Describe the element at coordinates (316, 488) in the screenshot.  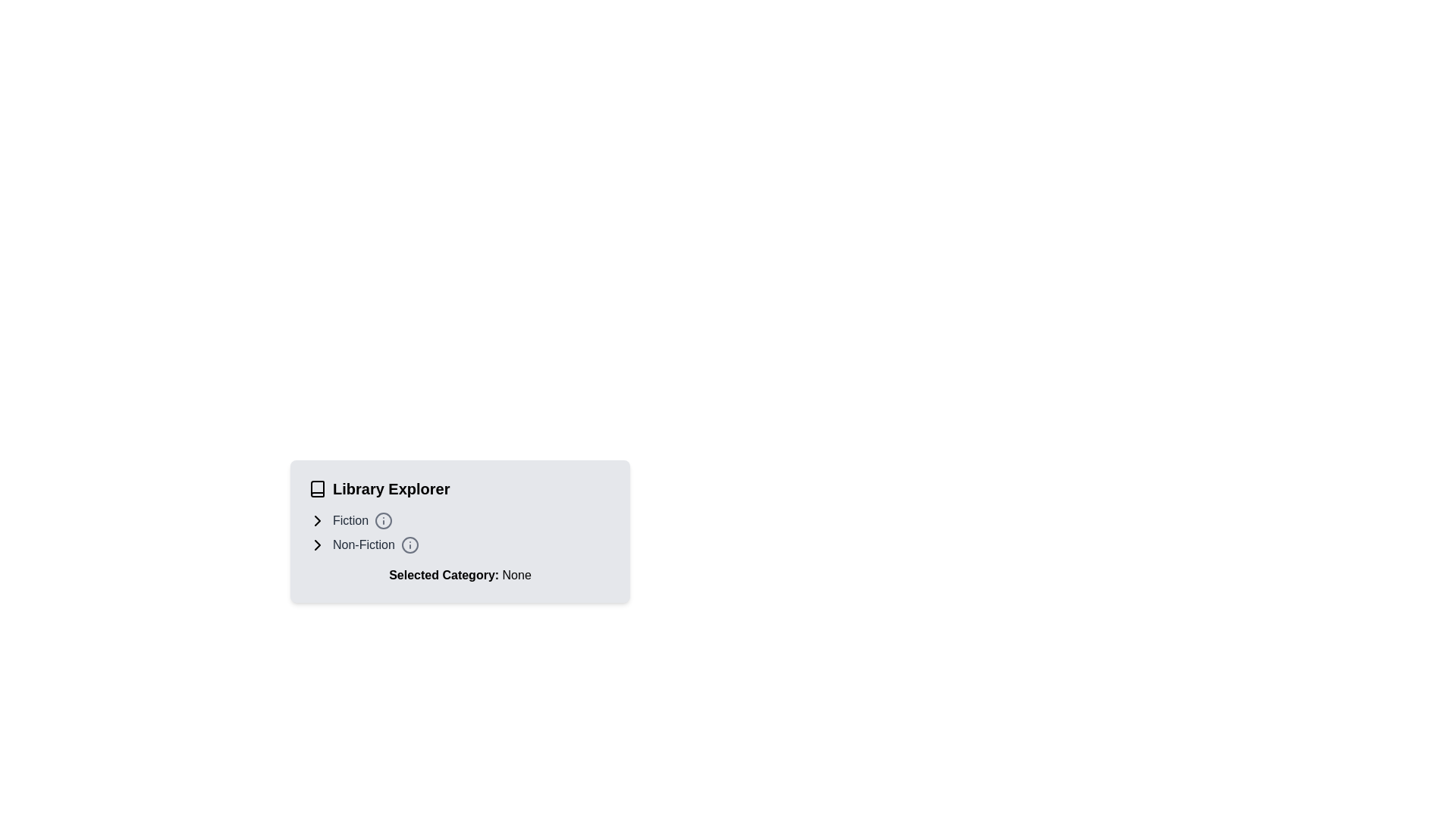
I see `the book icon located in the header of the 'Library Explorer' section, positioned at the far left before the title text 'Library Explorer'` at that location.